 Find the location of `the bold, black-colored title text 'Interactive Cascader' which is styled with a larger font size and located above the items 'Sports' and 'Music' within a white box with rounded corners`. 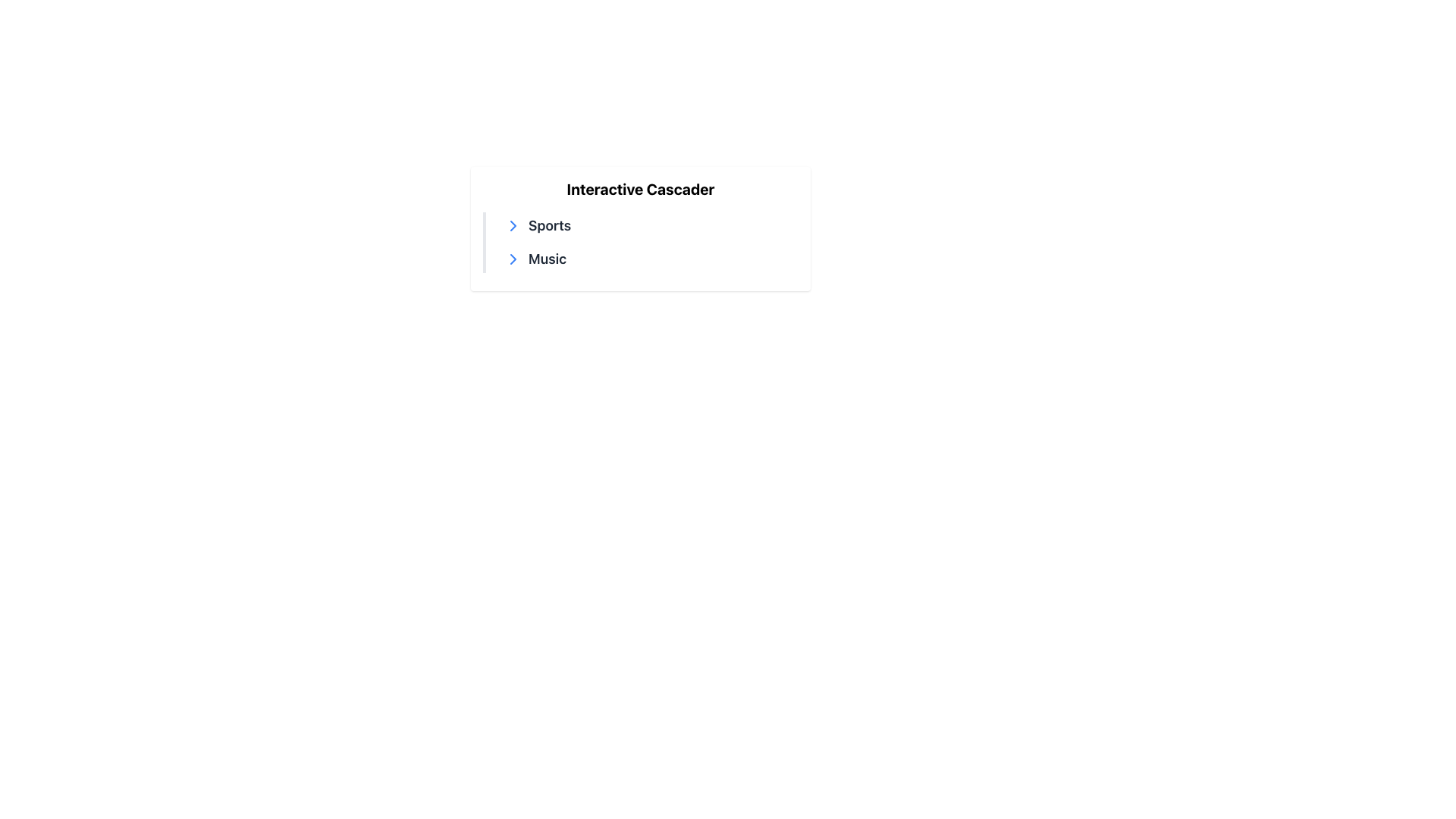

the bold, black-colored title text 'Interactive Cascader' which is styled with a larger font size and located above the items 'Sports' and 'Music' within a white box with rounded corners is located at coordinates (640, 189).